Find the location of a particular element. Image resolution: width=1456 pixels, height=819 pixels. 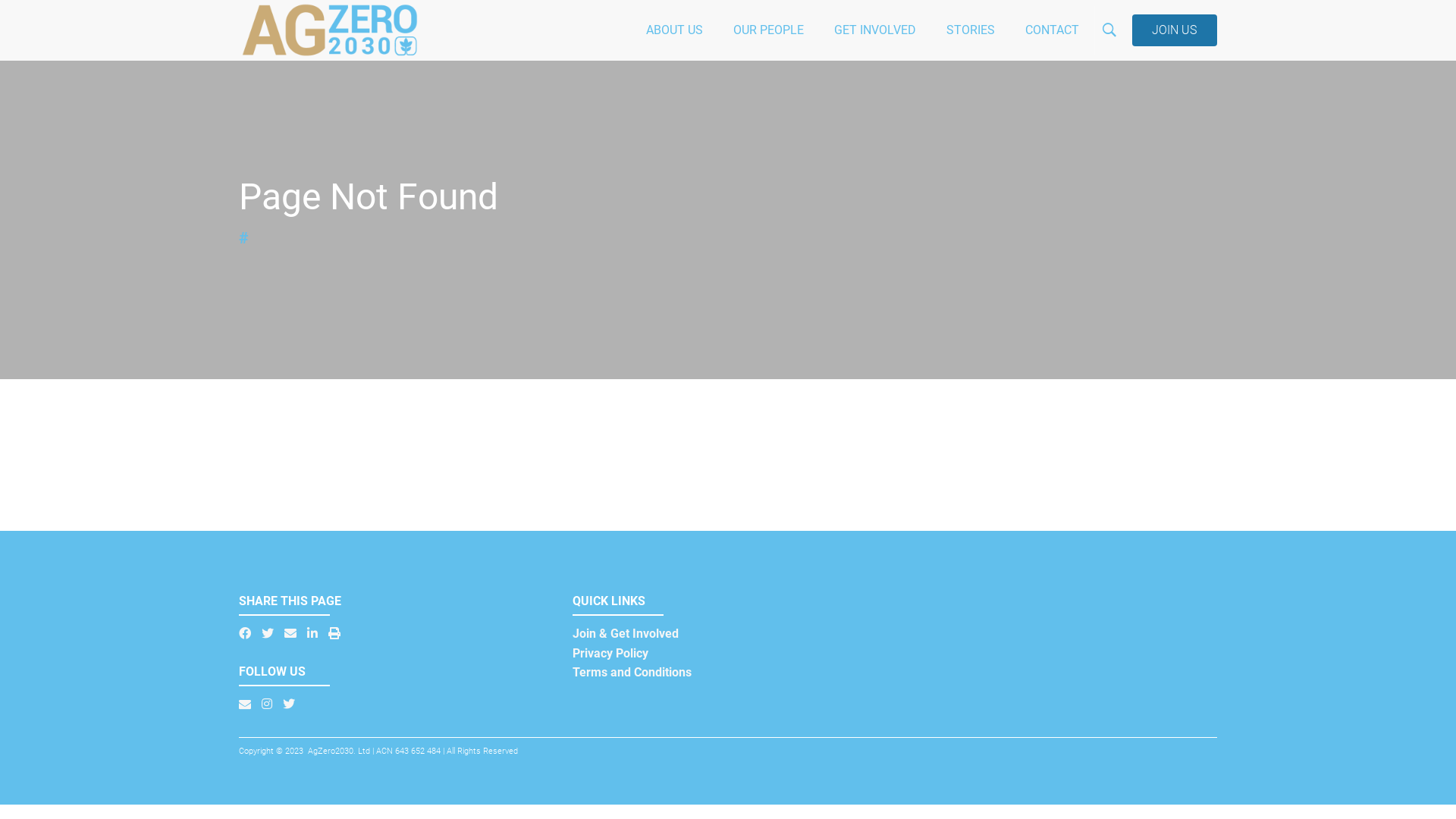

'Email' is located at coordinates (290, 632).